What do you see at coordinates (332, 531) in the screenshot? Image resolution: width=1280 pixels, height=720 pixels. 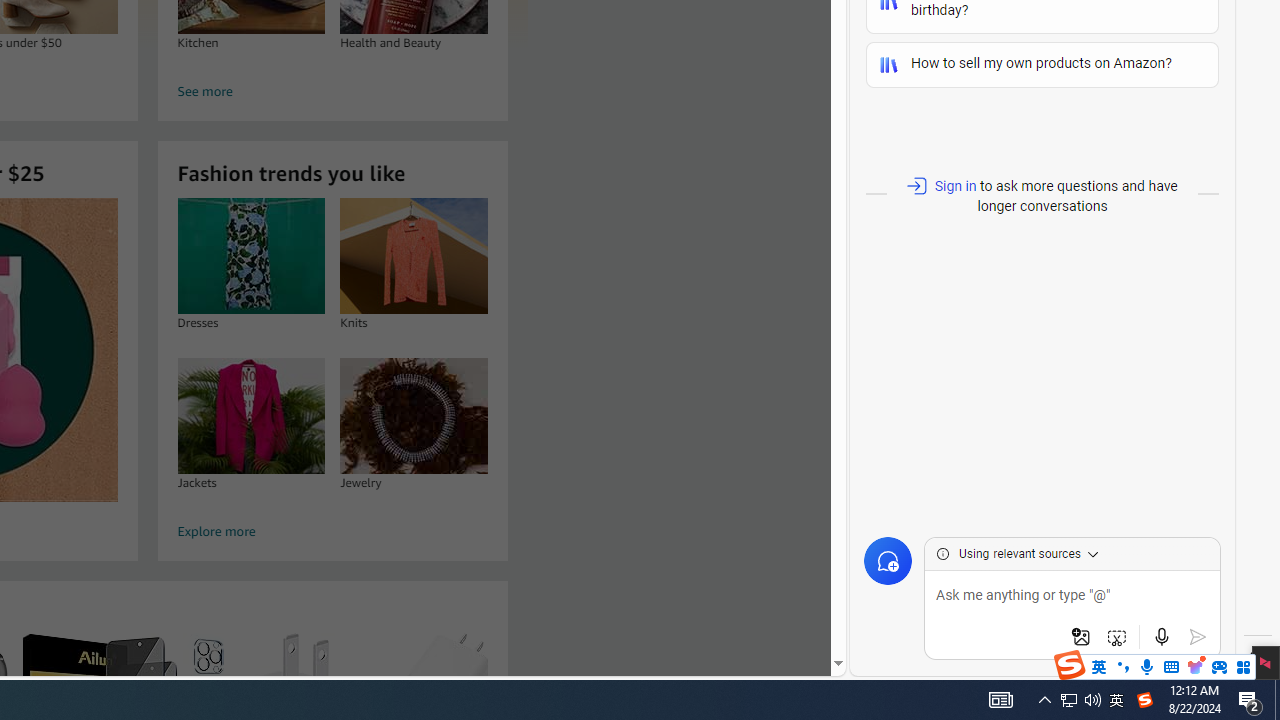 I see `'Explore more'` at bounding box center [332, 531].